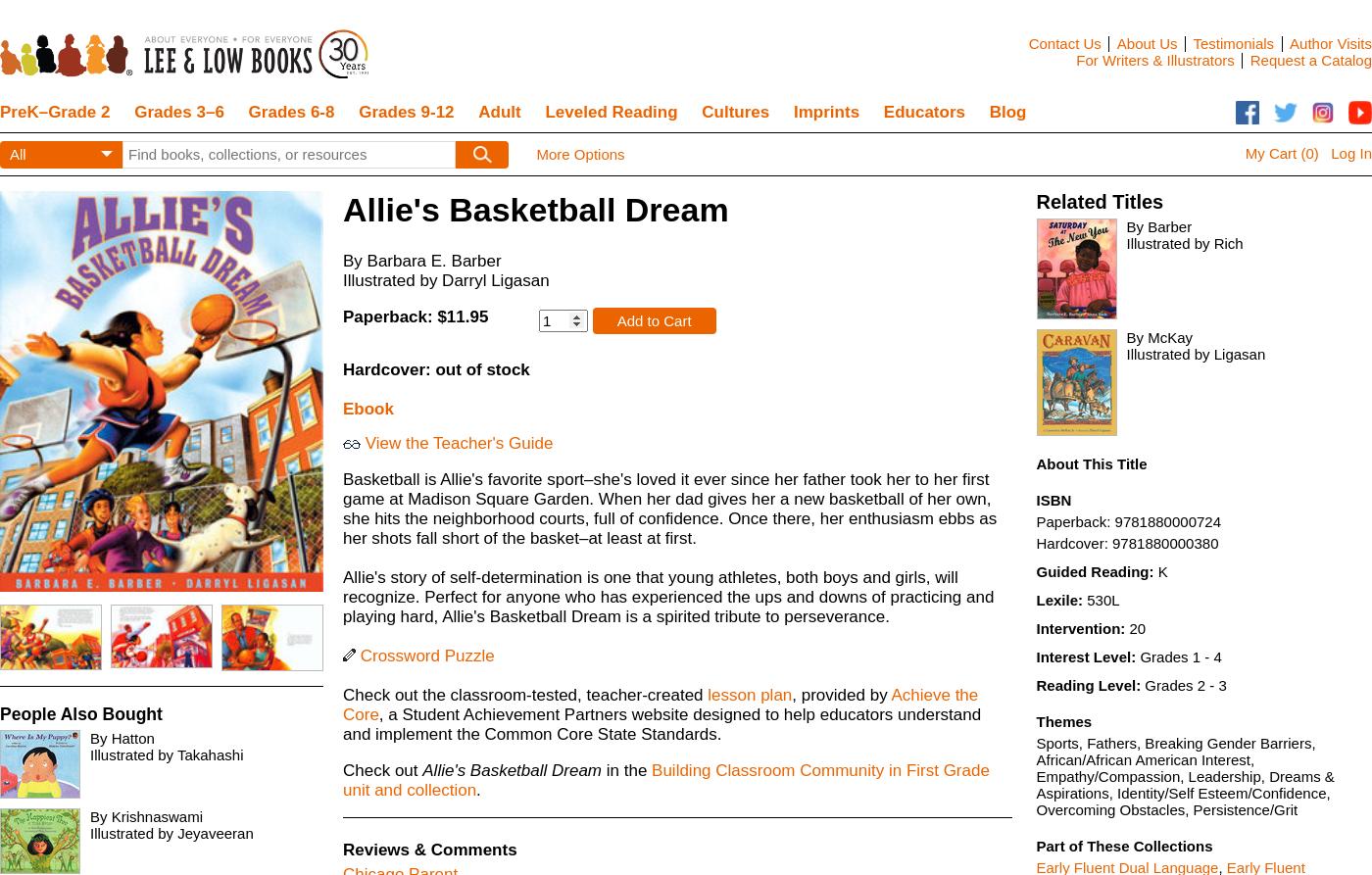 The image size is (1372, 875). What do you see at coordinates (923, 112) in the screenshot?
I see `'Educators'` at bounding box center [923, 112].